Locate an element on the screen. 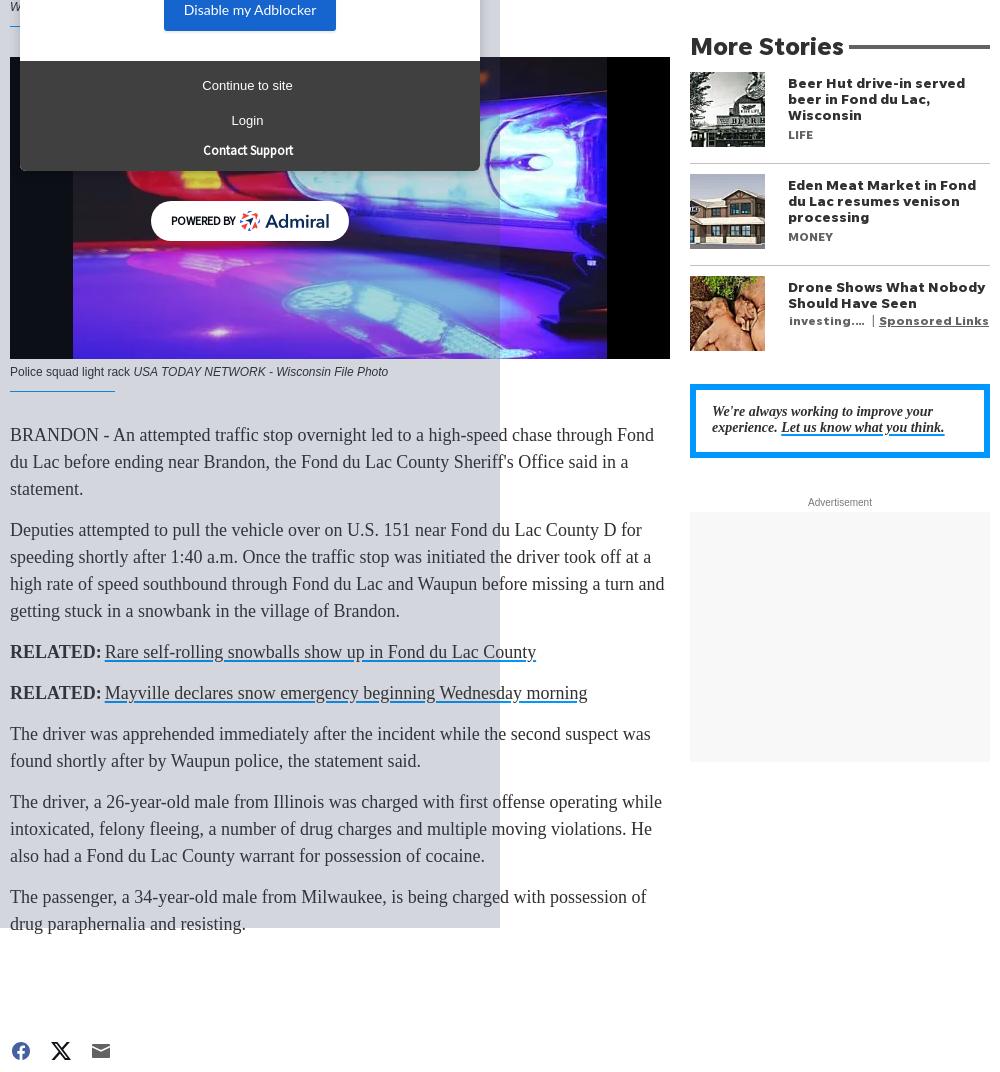 This screenshot has height=1072, width=1000. 'Rare self-rolling snowballs show up in Fond du Lac County' is located at coordinates (319, 651).